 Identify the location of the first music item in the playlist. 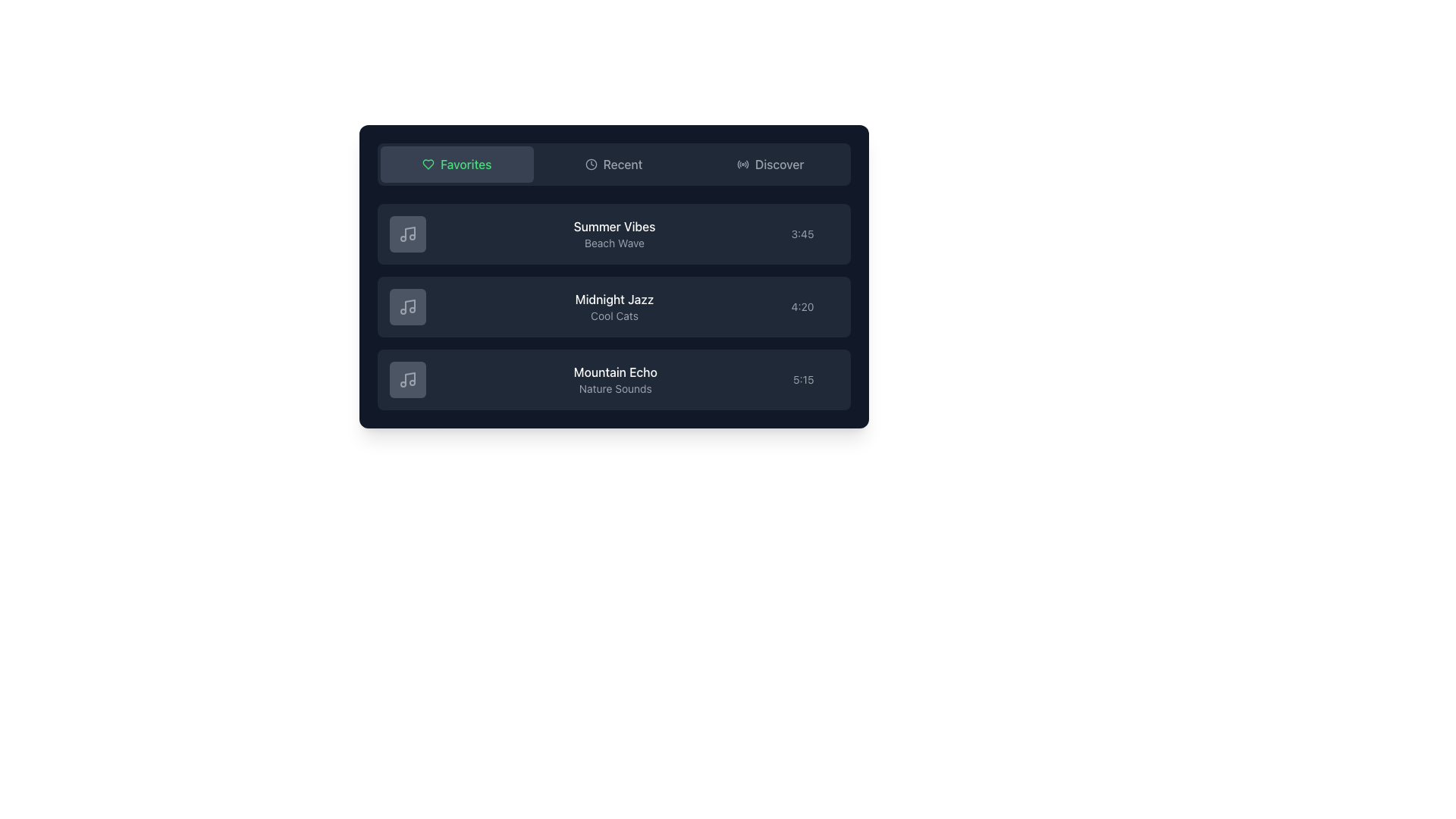
(613, 234).